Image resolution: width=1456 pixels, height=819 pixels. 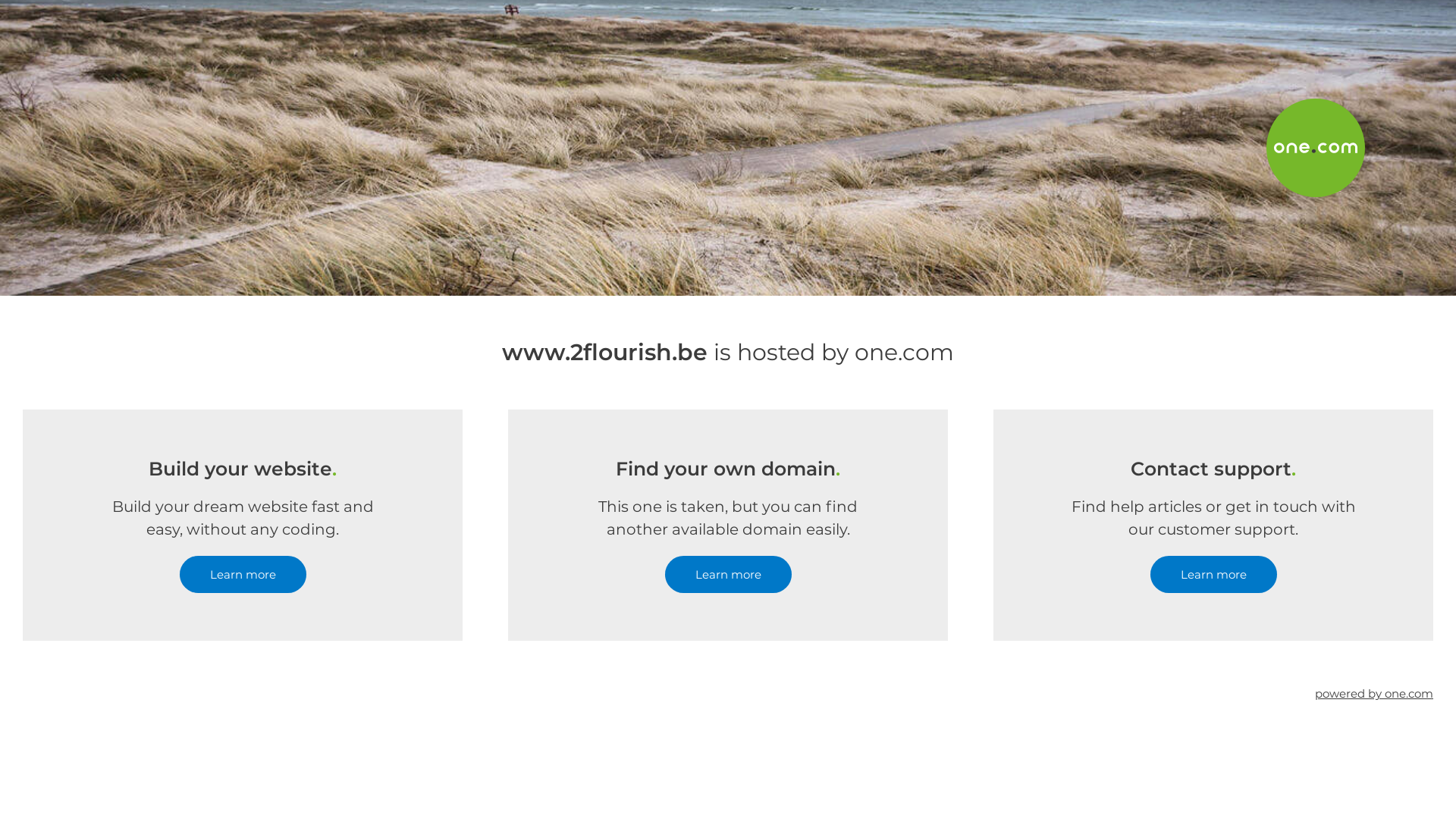 I want to click on 'Learn more', so click(x=1212, y=574).